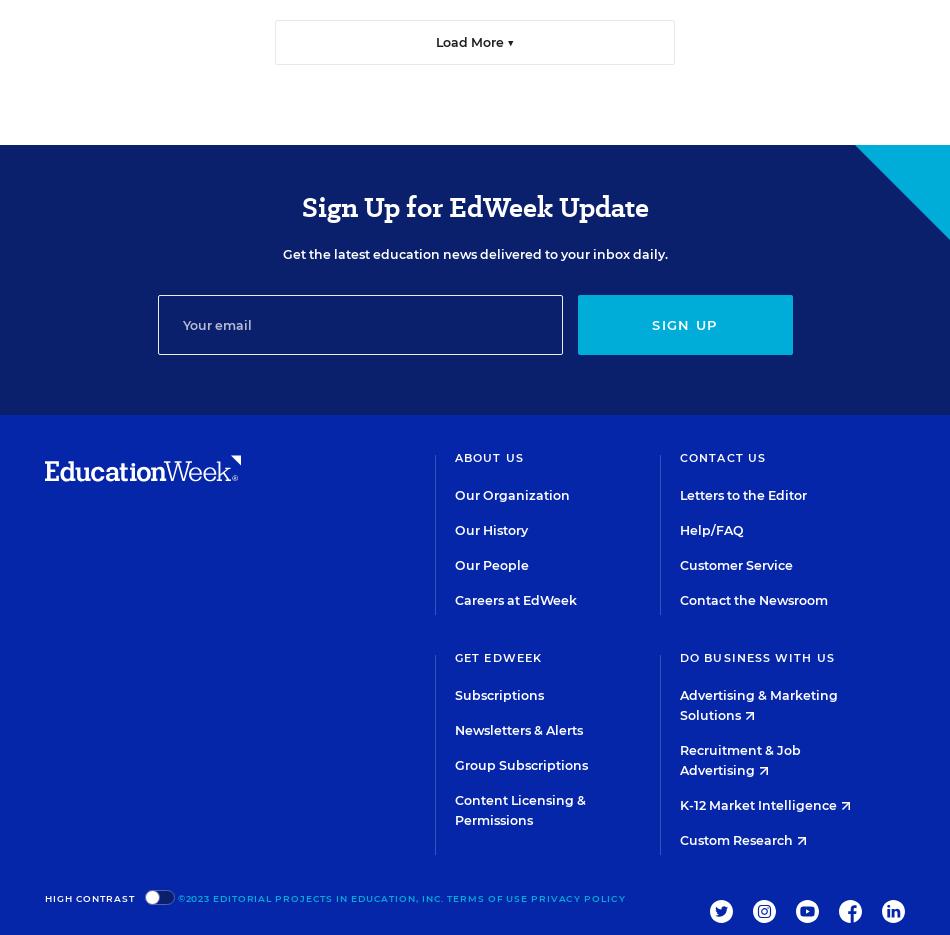 This screenshot has height=935, width=950. Describe the element at coordinates (722, 456) in the screenshot. I see `'Contact Us'` at that location.